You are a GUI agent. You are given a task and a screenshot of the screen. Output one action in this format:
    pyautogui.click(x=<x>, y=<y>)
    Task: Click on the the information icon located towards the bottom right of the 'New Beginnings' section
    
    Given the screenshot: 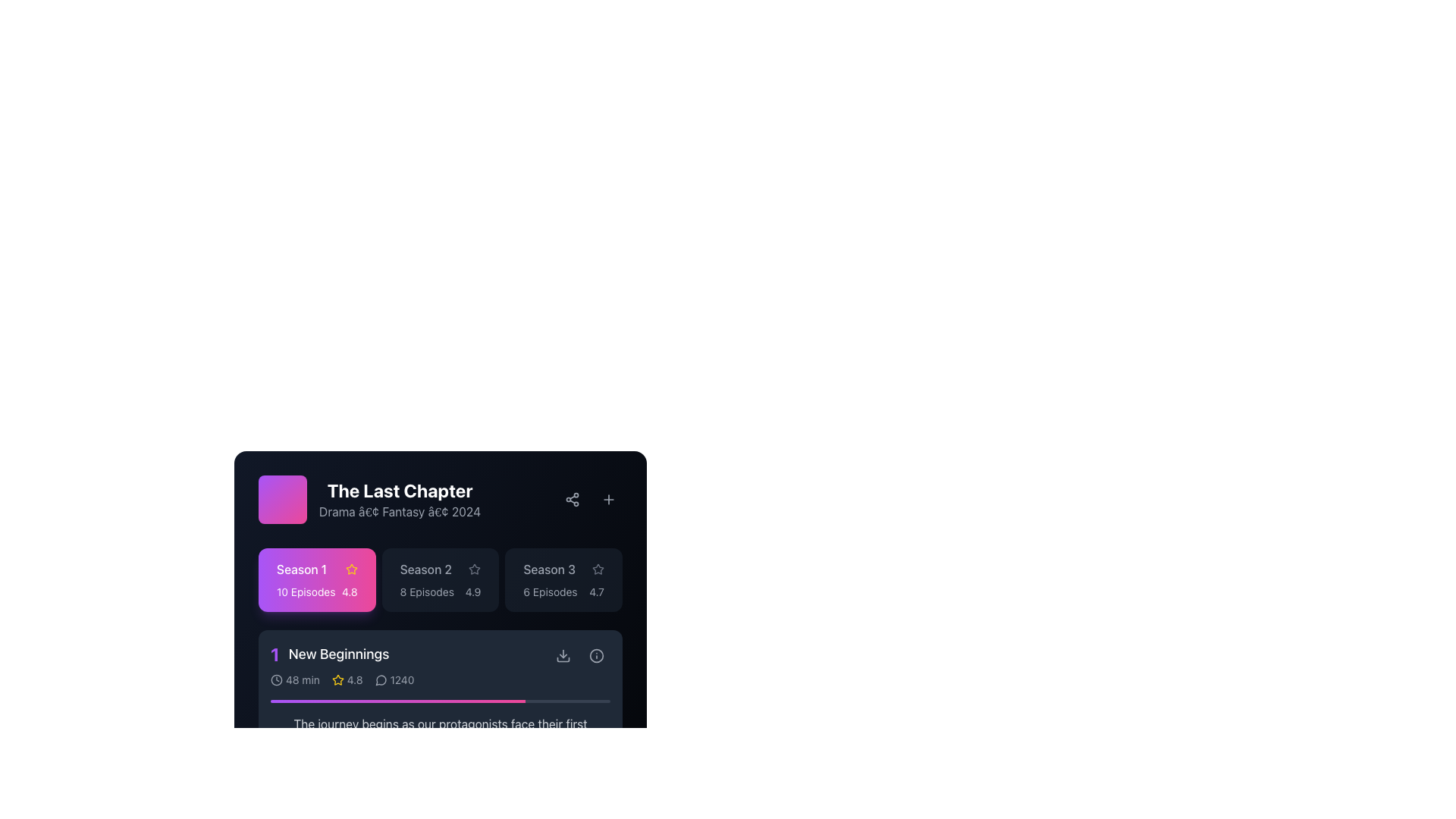 What is the action you would take?
    pyautogui.click(x=596, y=654)
    